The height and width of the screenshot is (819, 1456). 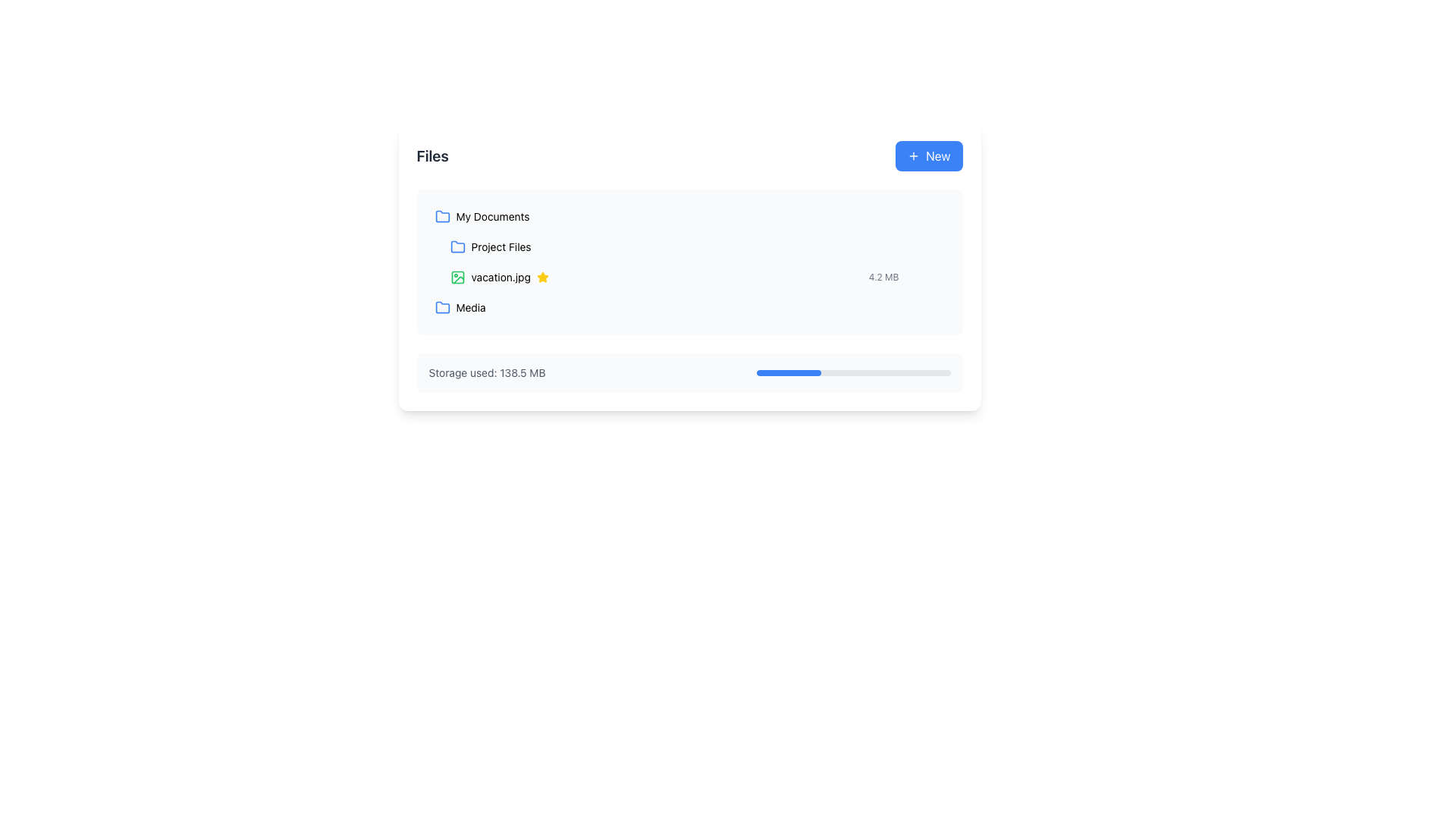 What do you see at coordinates (913, 278) in the screenshot?
I see `the download button located to the right of the file size "4.2 MB" for the file "vacation.jpg" to initiate the download` at bounding box center [913, 278].